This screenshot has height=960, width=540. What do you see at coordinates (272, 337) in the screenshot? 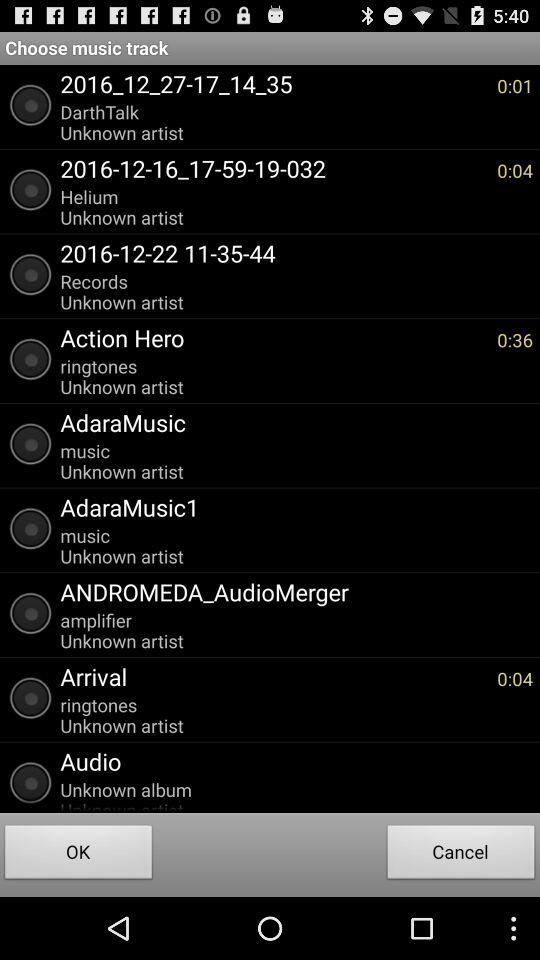
I see `app above the ringtones` at bounding box center [272, 337].